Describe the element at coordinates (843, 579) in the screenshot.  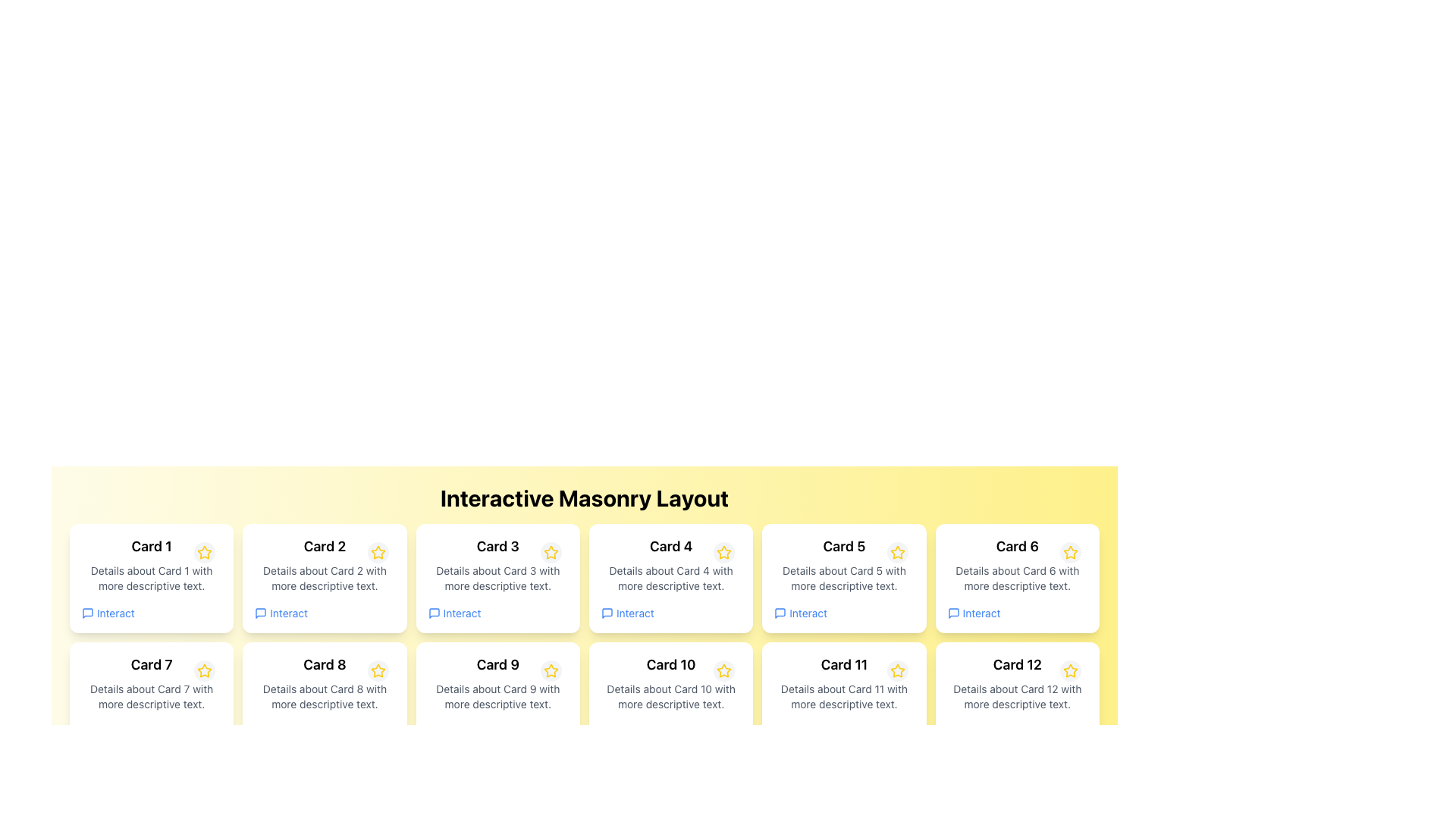
I see `the text block that provides contextual information for 'Card 5', located in the fifth column of the first row, below the card's title and above its interactive link` at that location.